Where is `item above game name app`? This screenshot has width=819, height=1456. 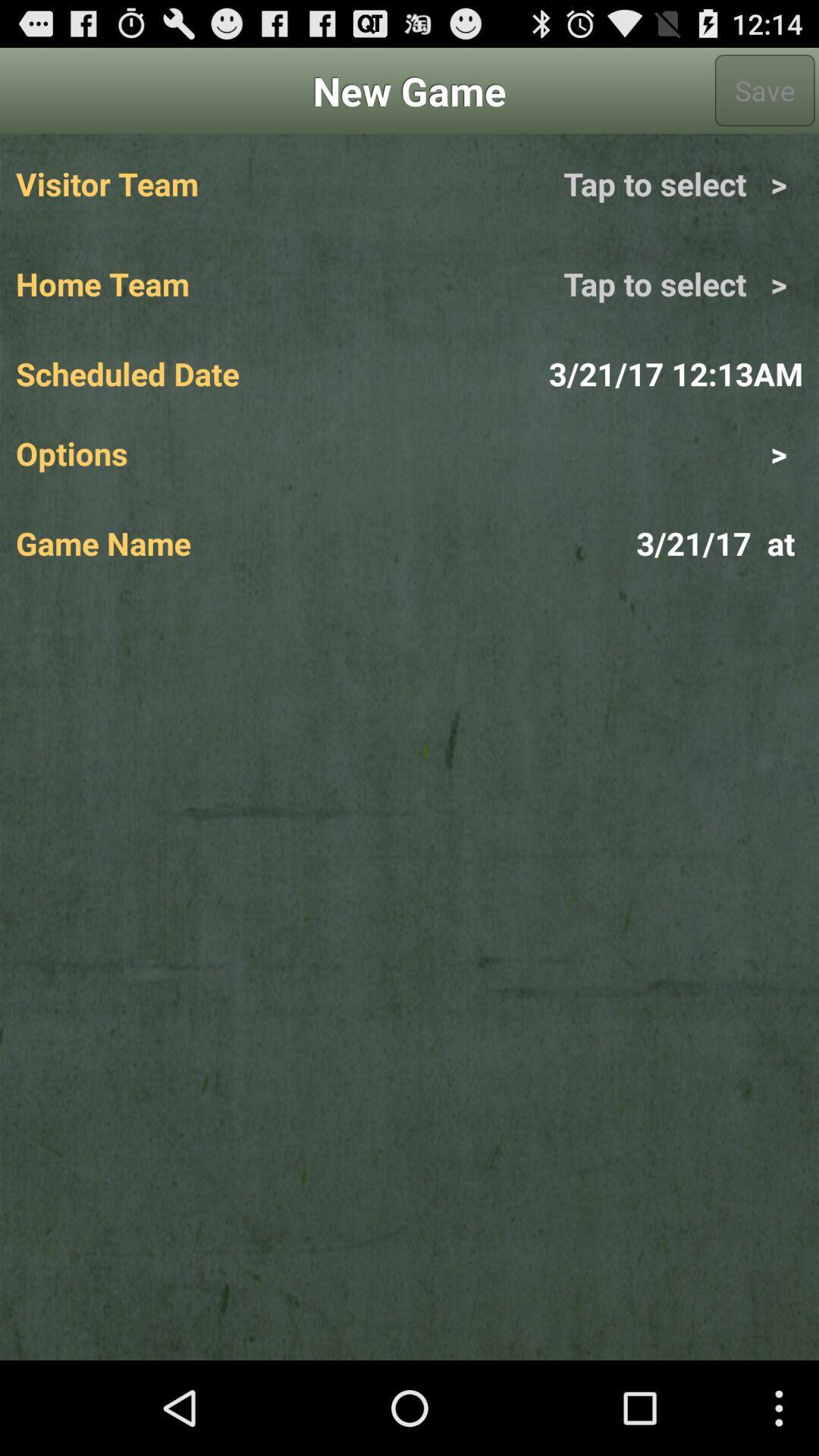
item above game name app is located at coordinates (605, 452).